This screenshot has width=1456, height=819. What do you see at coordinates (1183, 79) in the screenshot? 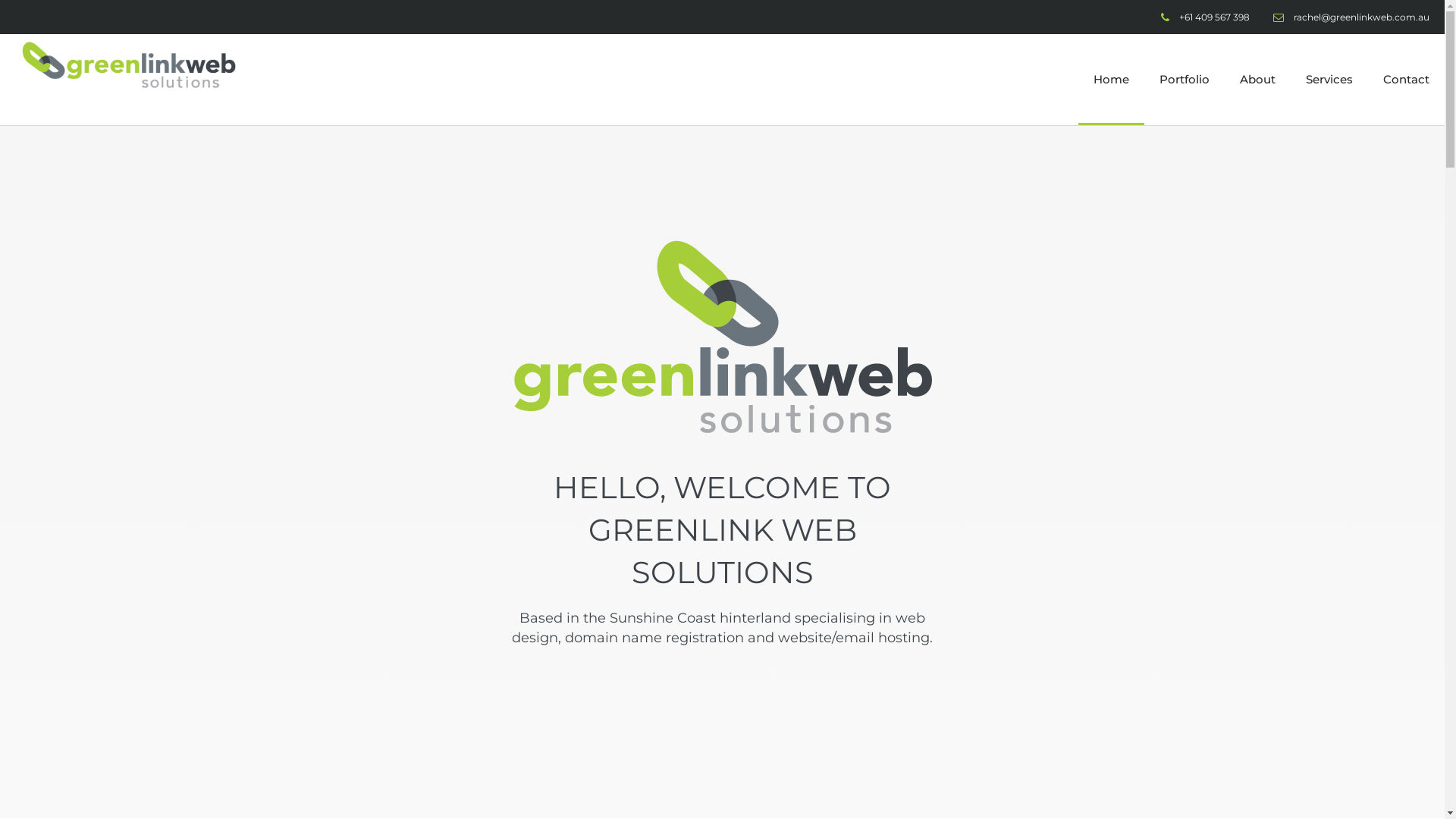
I see `'Portfolio'` at bounding box center [1183, 79].